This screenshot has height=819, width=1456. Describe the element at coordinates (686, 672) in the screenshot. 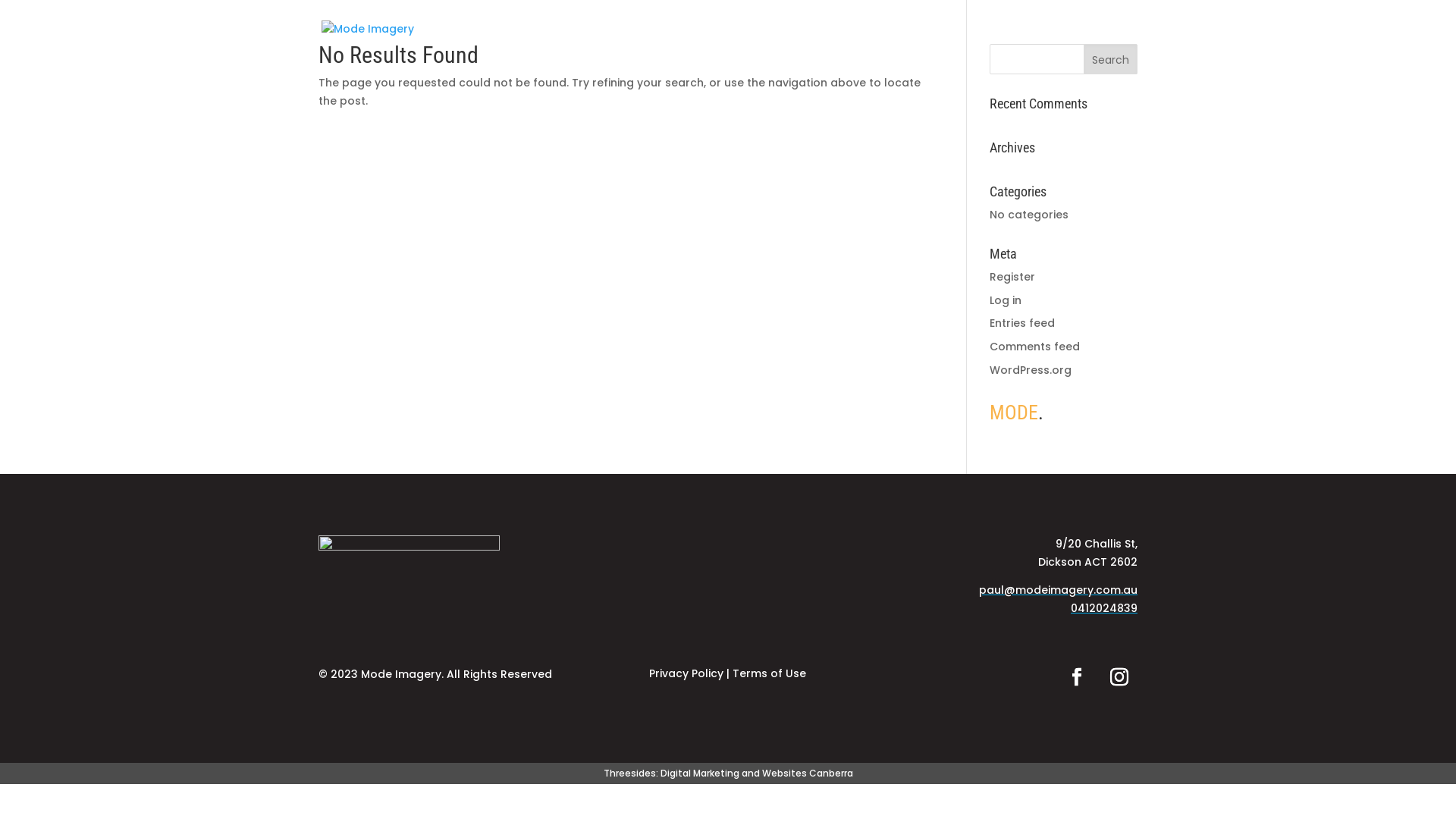

I see `'Privacy Policy'` at that location.